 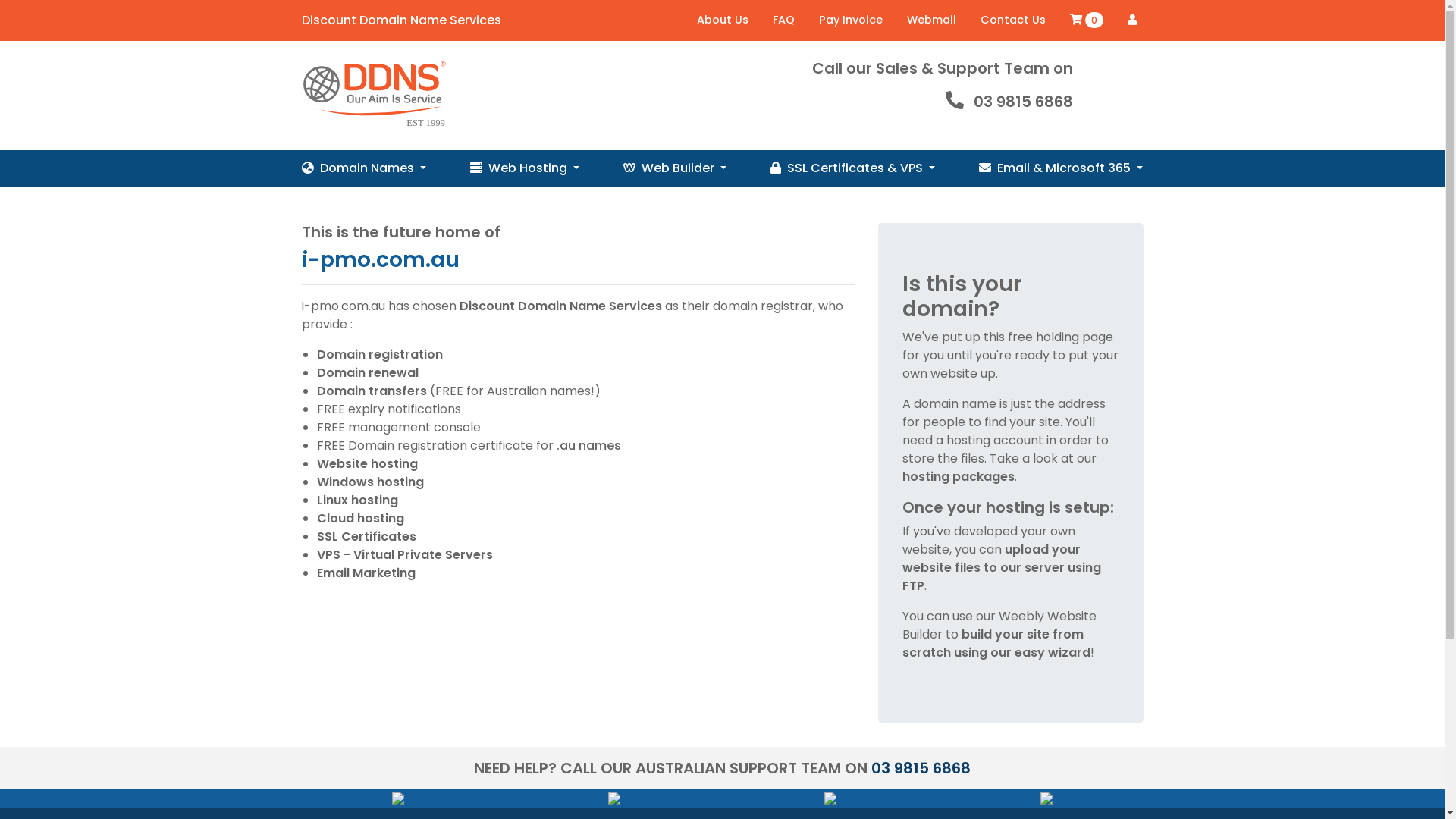 What do you see at coordinates (852, 168) in the screenshot?
I see `'SSL Certificates & VPS'` at bounding box center [852, 168].